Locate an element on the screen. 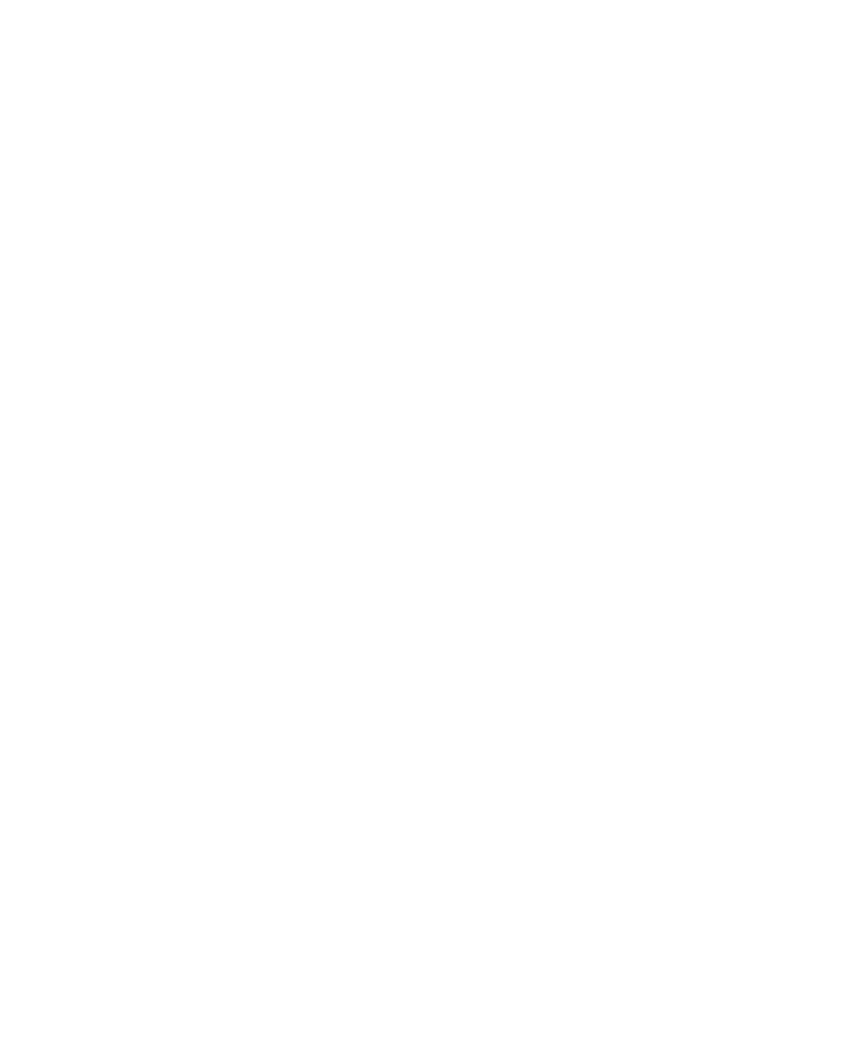 This screenshot has width=850, height=1039. 'Week Ahead:  Have the Markets Turned?' is located at coordinates (316, 598).